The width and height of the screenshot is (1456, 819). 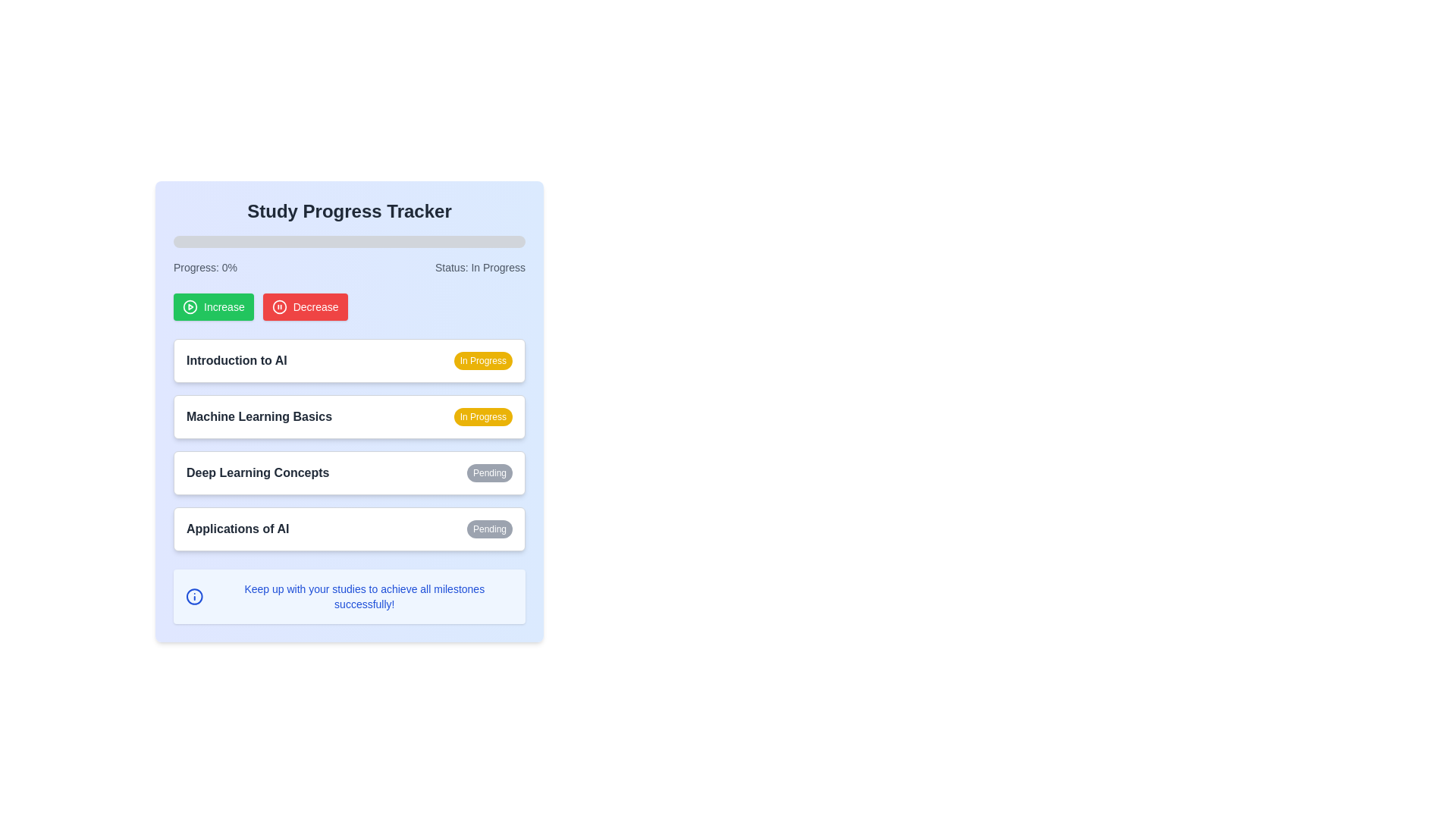 I want to click on the clickable list item labeled 'Deep Learning Concepts', so click(x=348, y=472).